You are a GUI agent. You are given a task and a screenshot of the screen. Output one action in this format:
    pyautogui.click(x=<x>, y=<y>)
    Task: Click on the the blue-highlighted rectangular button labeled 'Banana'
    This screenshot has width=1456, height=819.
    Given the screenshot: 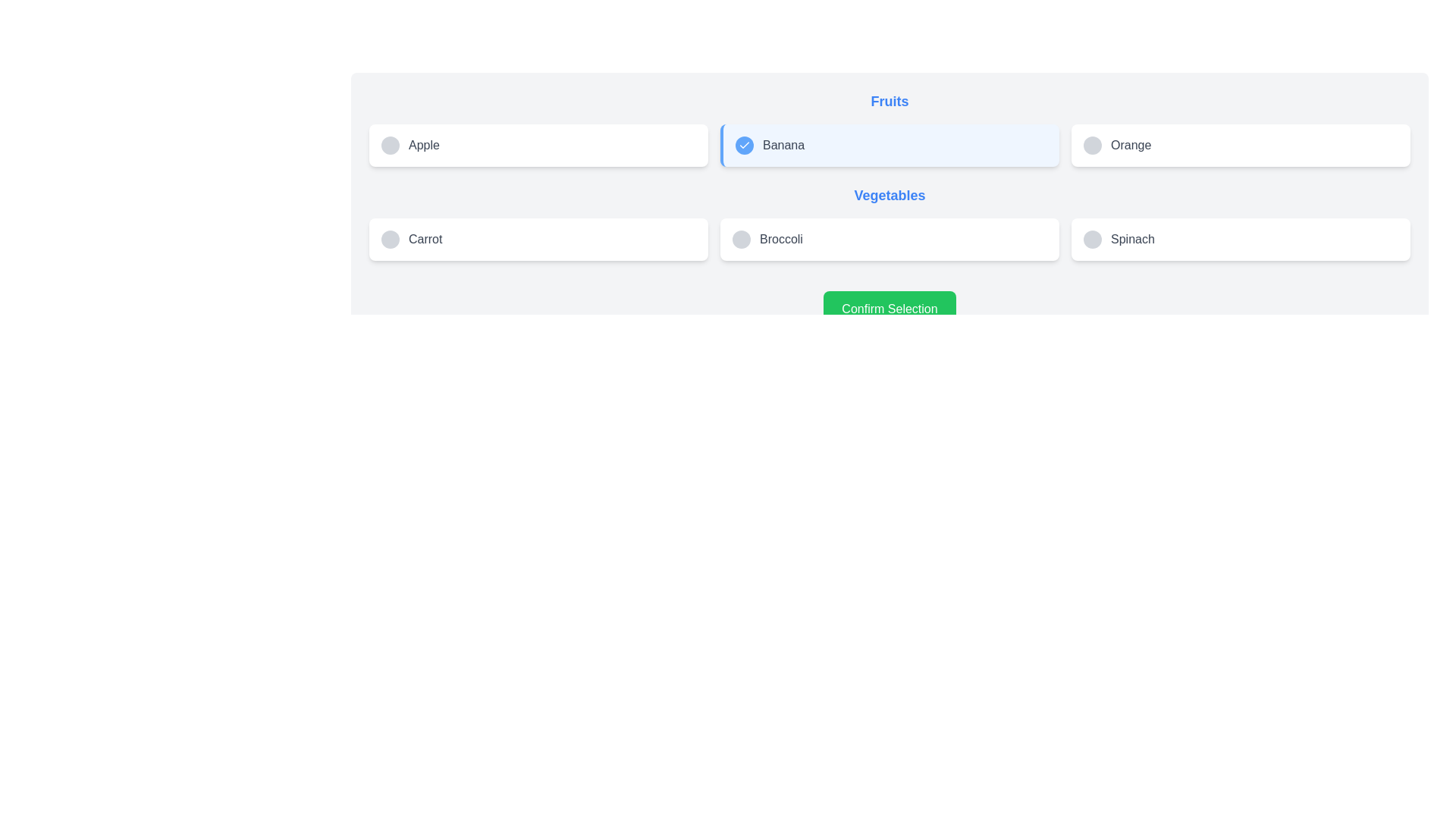 What is the action you would take?
    pyautogui.click(x=890, y=146)
    